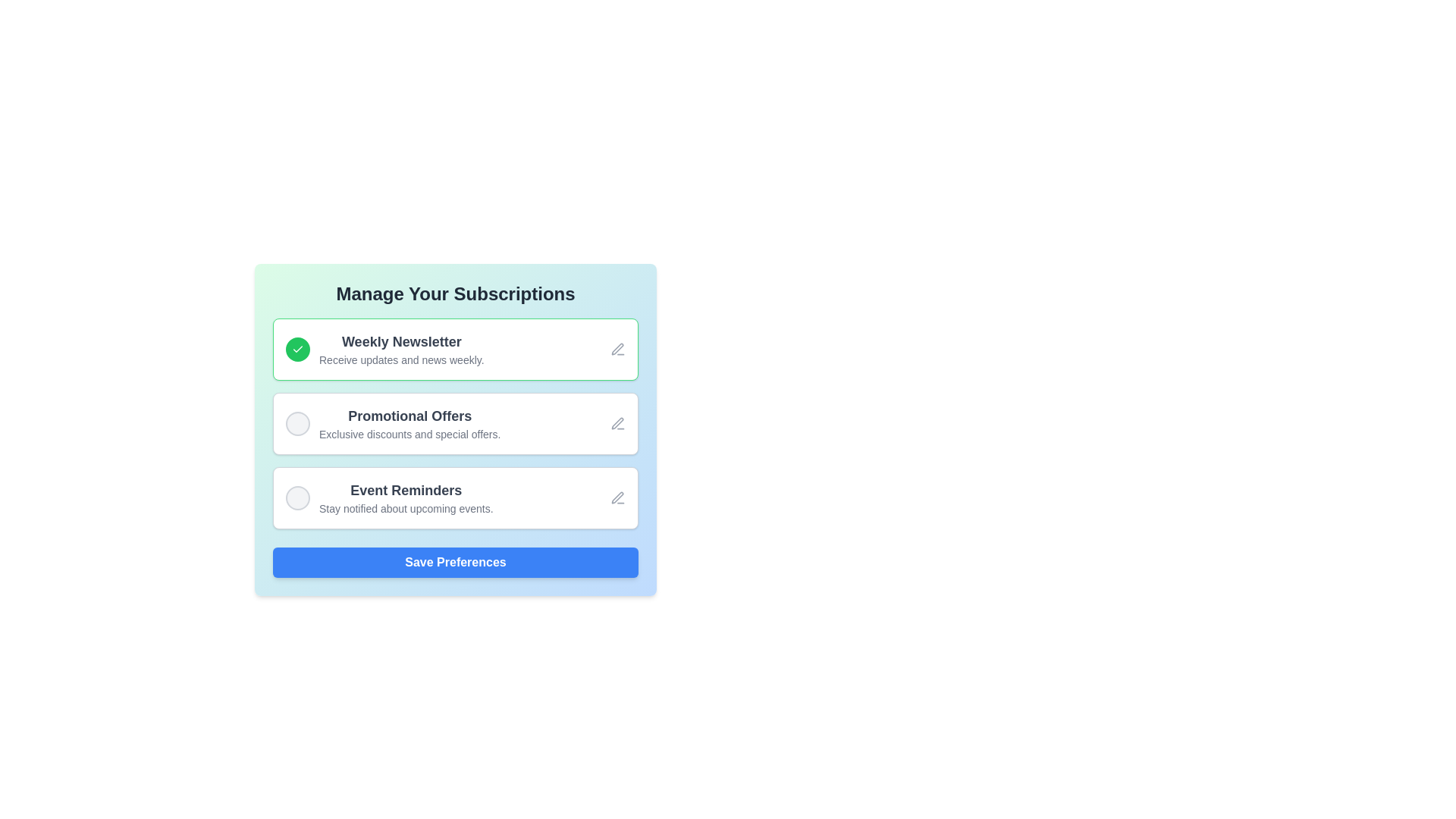 Image resolution: width=1456 pixels, height=819 pixels. I want to click on the edit button in the 'Weekly Newsletter' section, so click(617, 349).